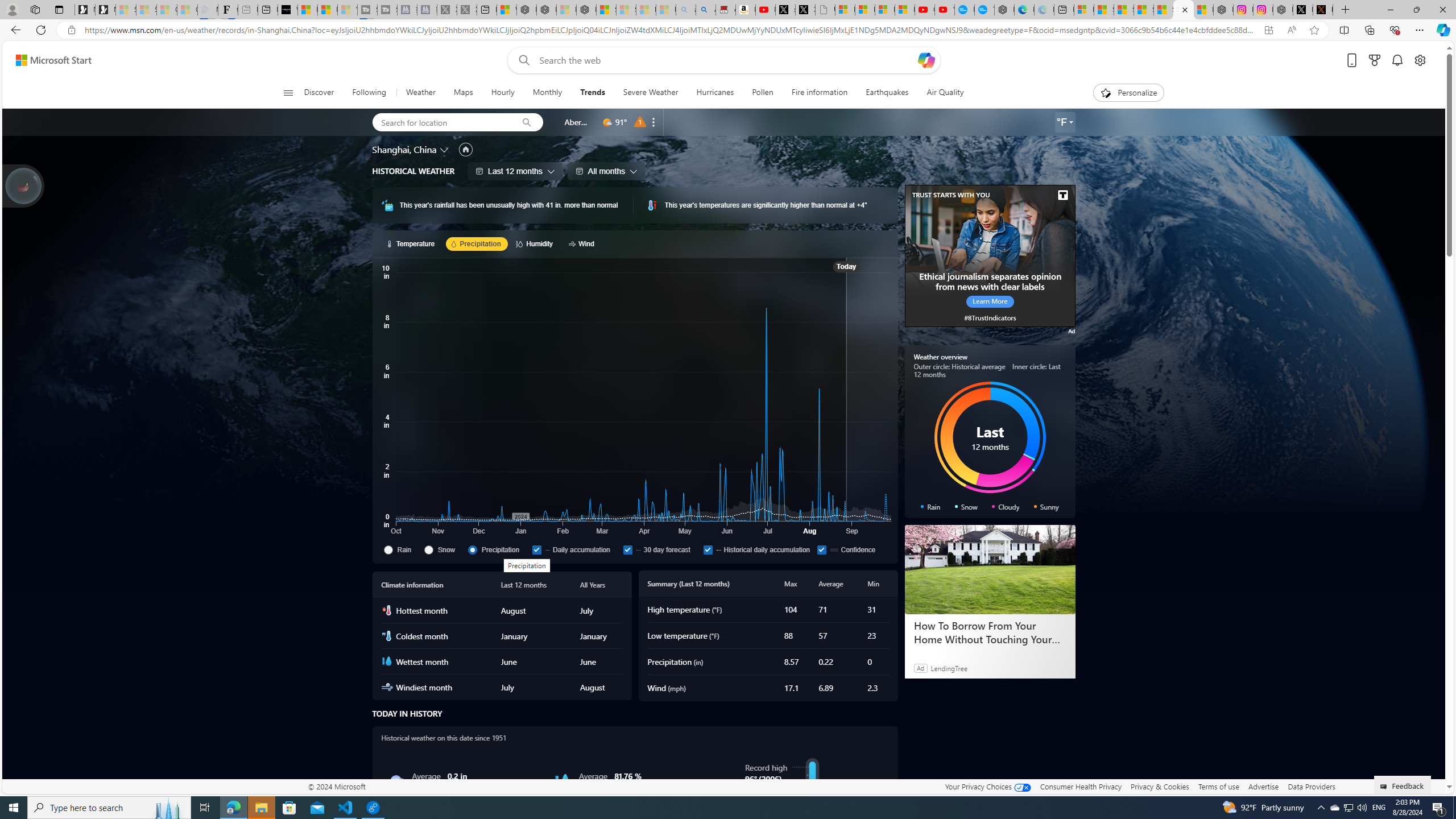 The height and width of the screenshot is (819, 1456). Describe the element at coordinates (944, 92) in the screenshot. I see `'Air Quality'` at that location.